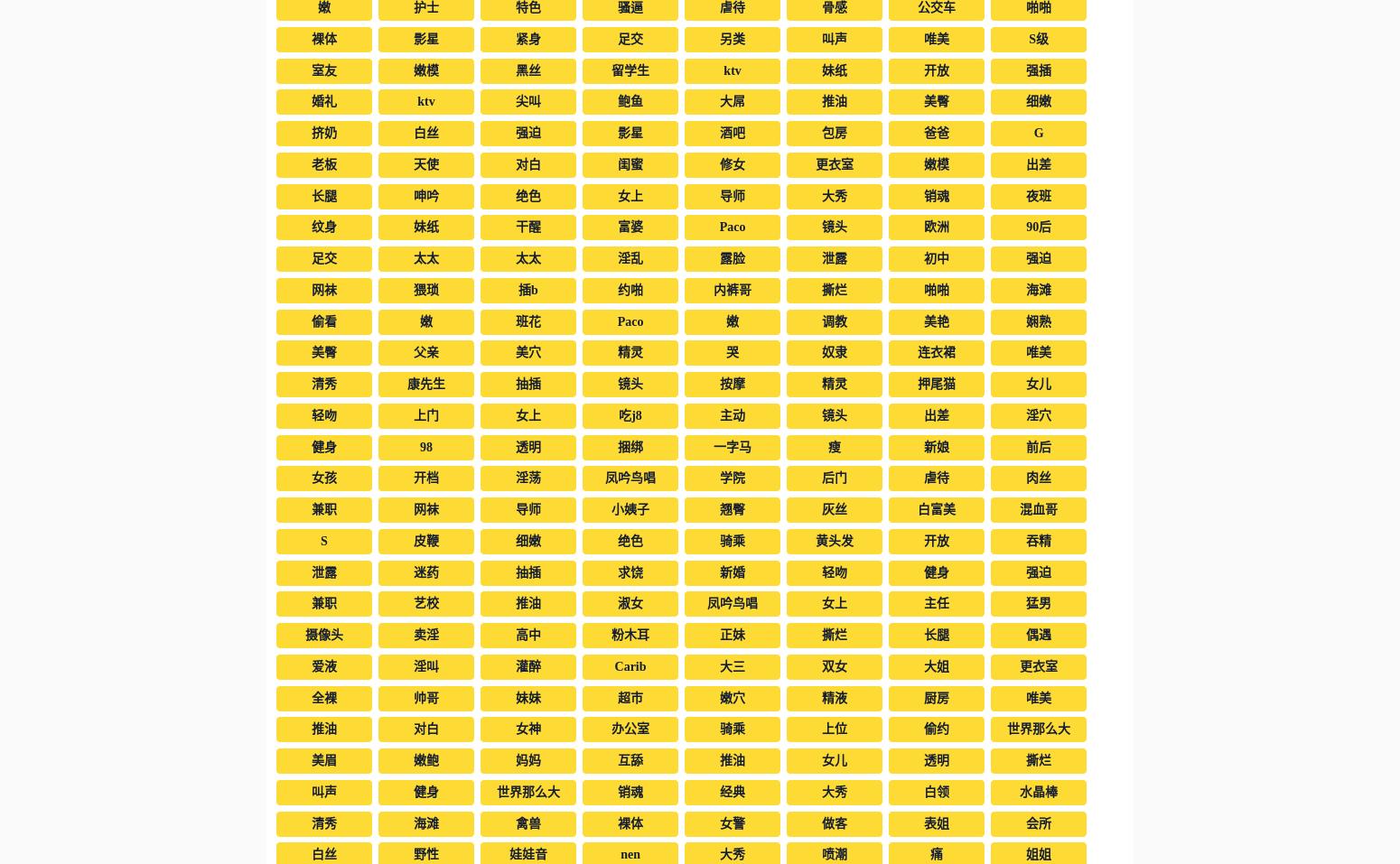 This screenshot has width=1400, height=864. What do you see at coordinates (1037, 133) in the screenshot?
I see `'G'` at bounding box center [1037, 133].